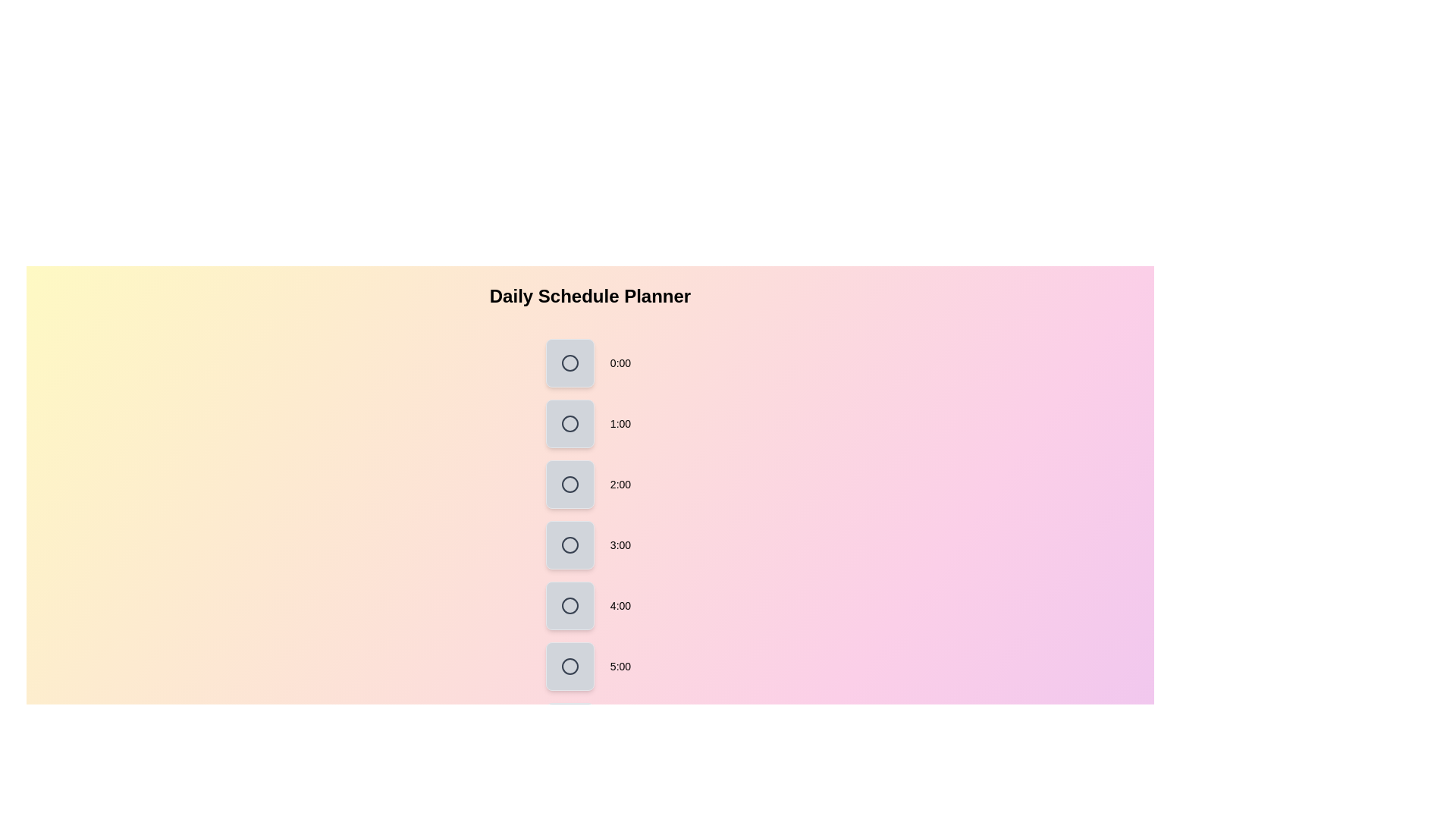 Image resolution: width=1456 pixels, height=819 pixels. What do you see at coordinates (570, 485) in the screenshot?
I see `the hour block corresponding to 2:00` at bounding box center [570, 485].